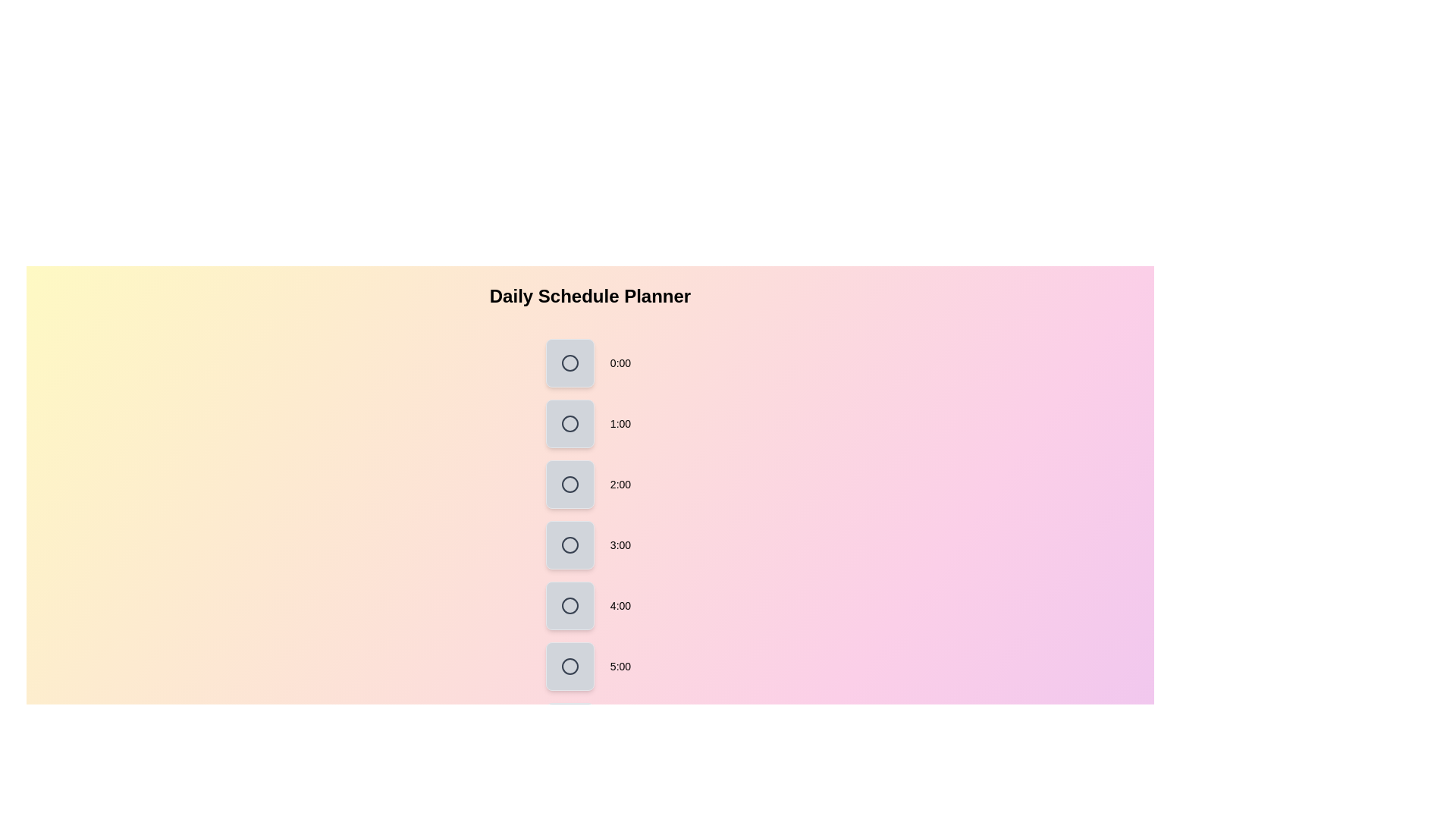 Image resolution: width=1456 pixels, height=819 pixels. What do you see at coordinates (570, 485) in the screenshot?
I see `the hour block corresponding to 2:00` at bounding box center [570, 485].